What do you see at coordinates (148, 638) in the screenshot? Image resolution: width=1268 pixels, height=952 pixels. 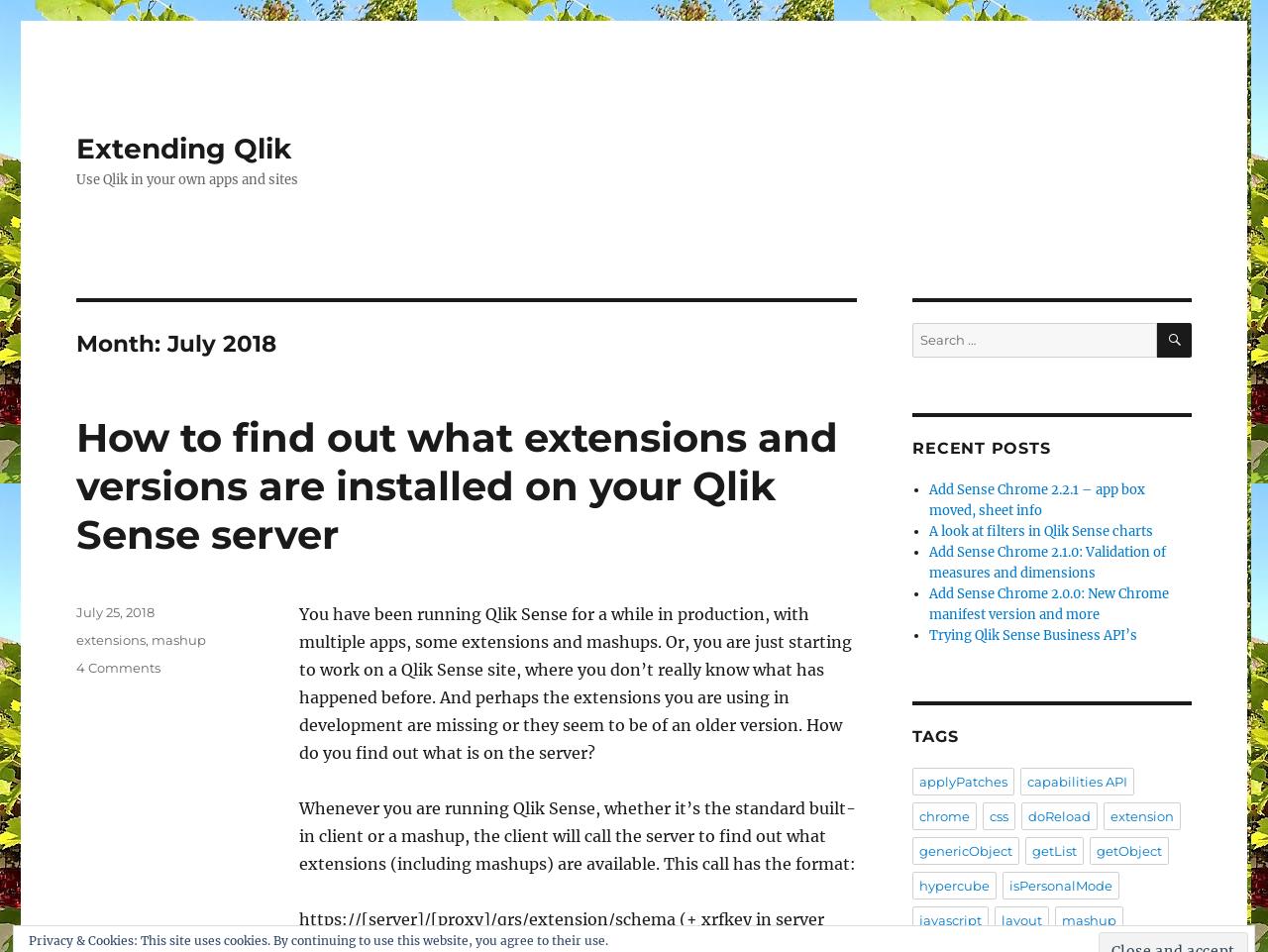 I see `','` at bounding box center [148, 638].